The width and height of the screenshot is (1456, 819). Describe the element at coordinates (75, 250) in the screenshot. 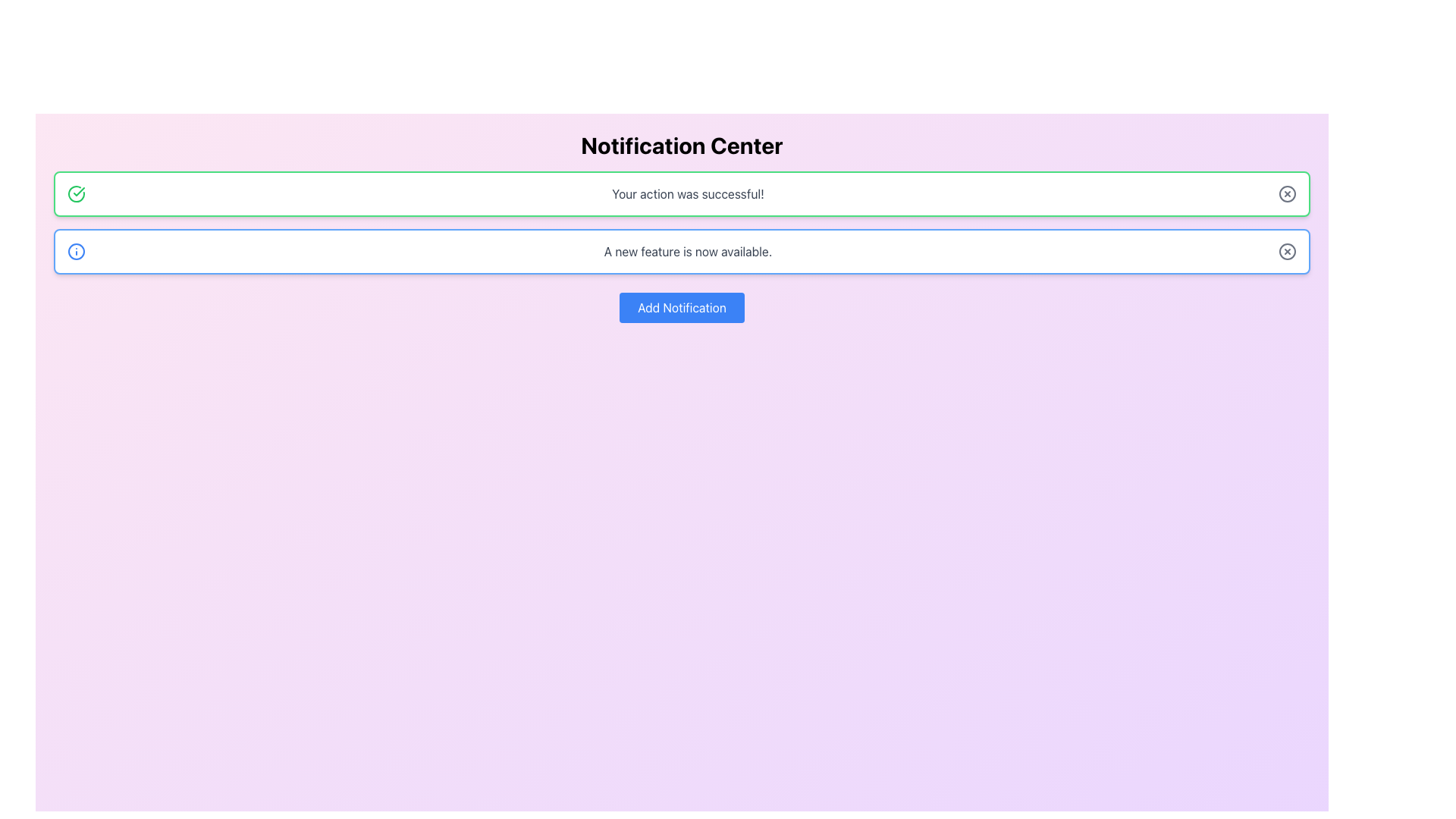

I see `the circular icon with a blue border and a small dot at its center, located within the second notification box, preceding the text 'A new feature is now available.'` at that location.